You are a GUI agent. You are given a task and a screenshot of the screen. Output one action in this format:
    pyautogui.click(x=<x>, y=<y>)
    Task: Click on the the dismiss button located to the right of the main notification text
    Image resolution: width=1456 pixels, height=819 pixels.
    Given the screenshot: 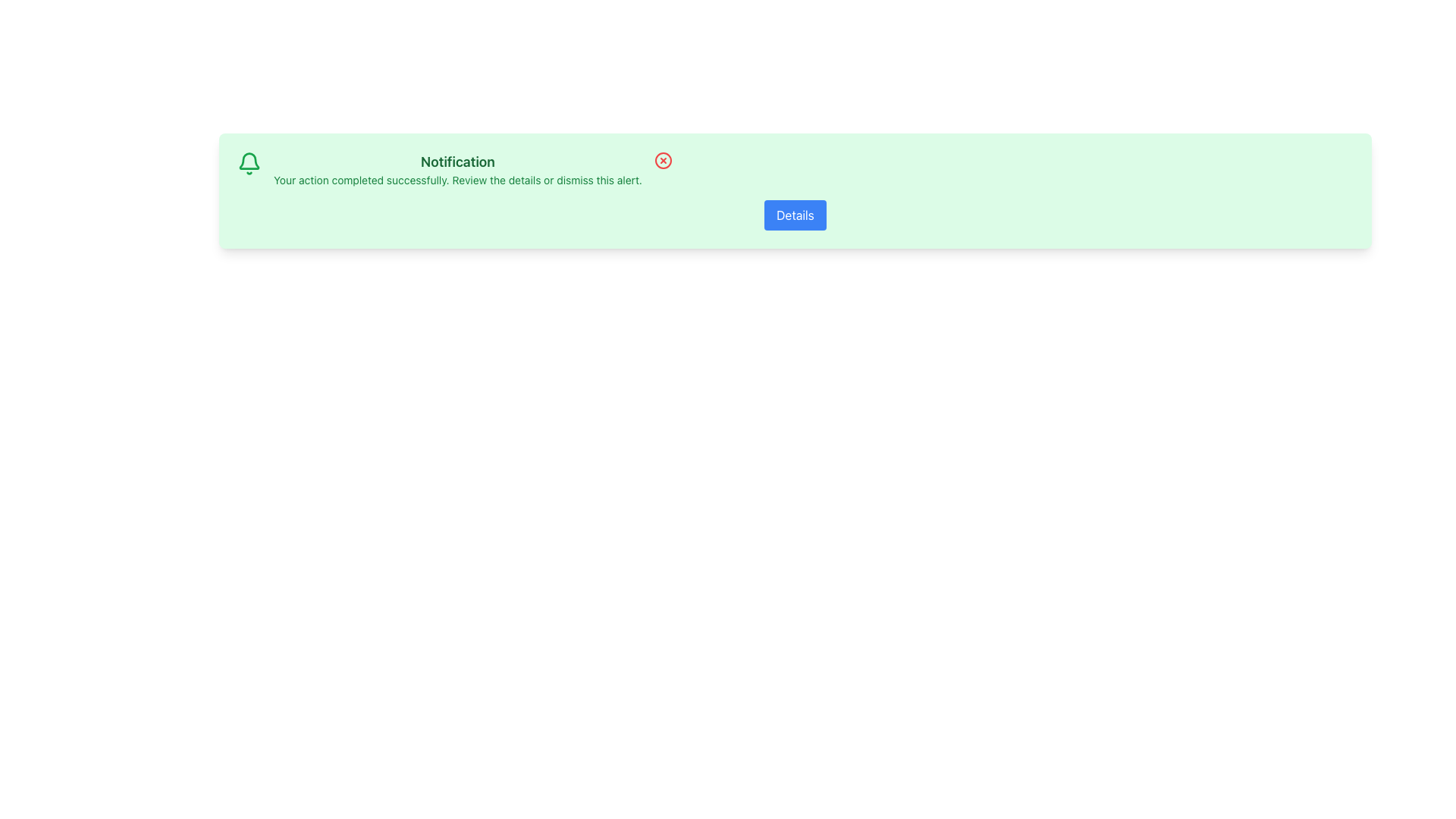 What is the action you would take?
    pyautogui.click(x=663, y=161)
    